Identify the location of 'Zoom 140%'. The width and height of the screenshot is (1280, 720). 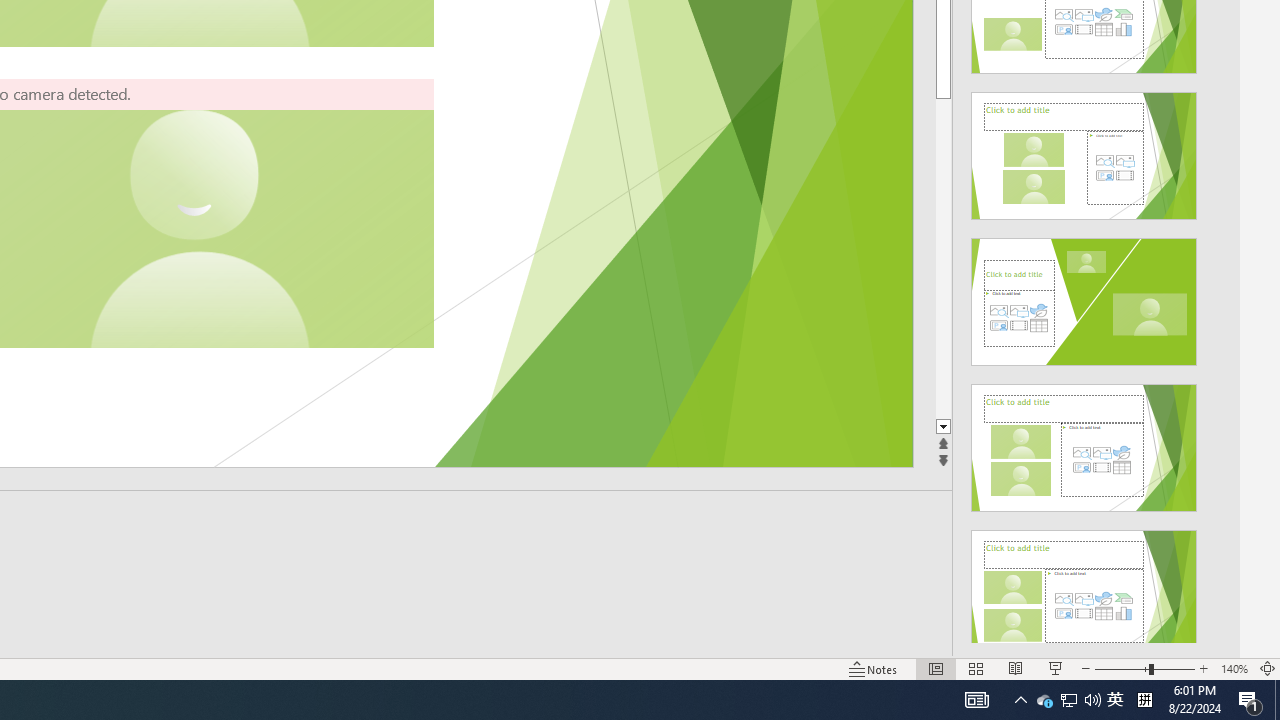
(1233, 669).